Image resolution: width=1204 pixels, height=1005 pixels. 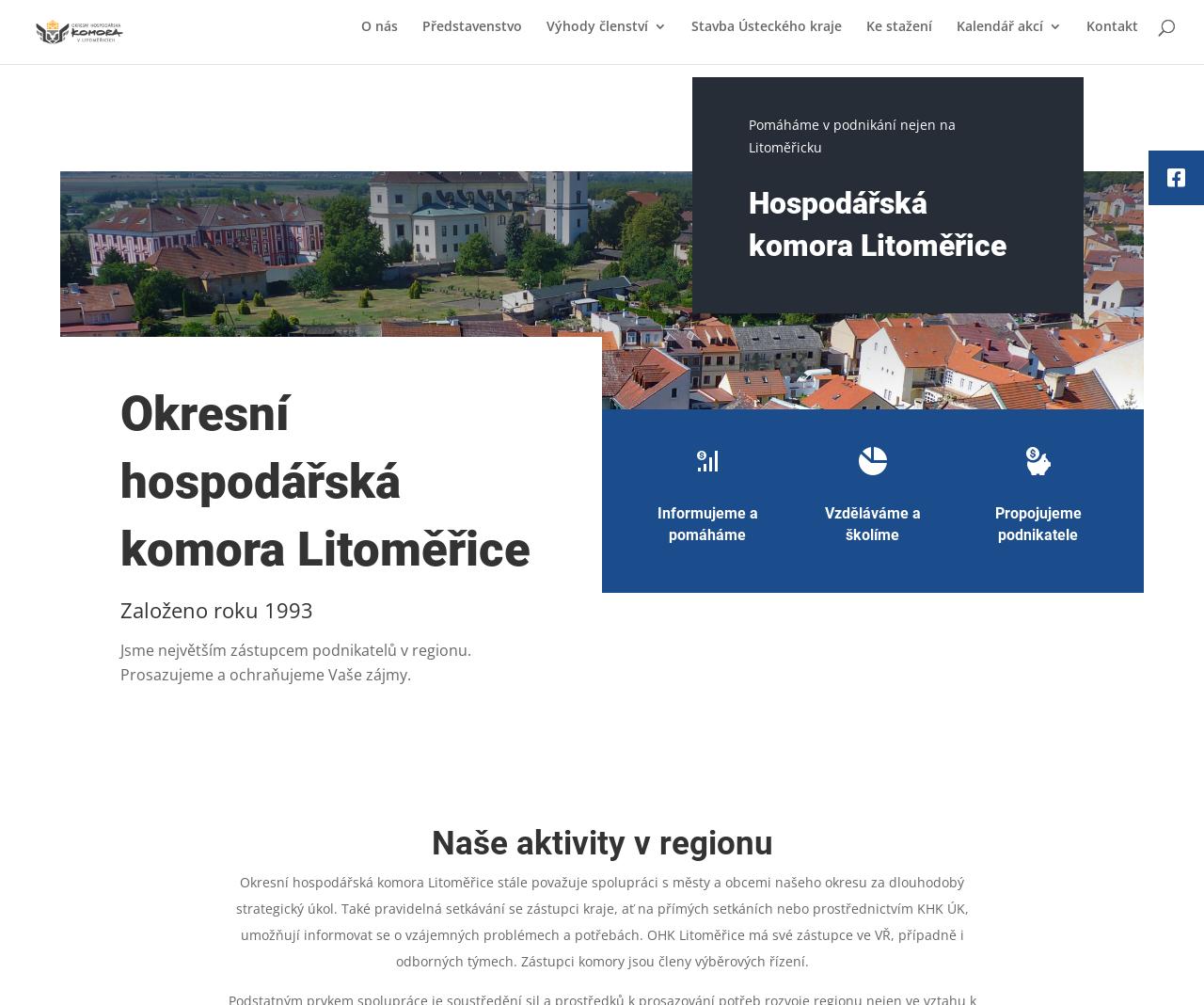 I want to click on 'Okresní hospodářská komora Litoměřice', so click(x=119, y=481).